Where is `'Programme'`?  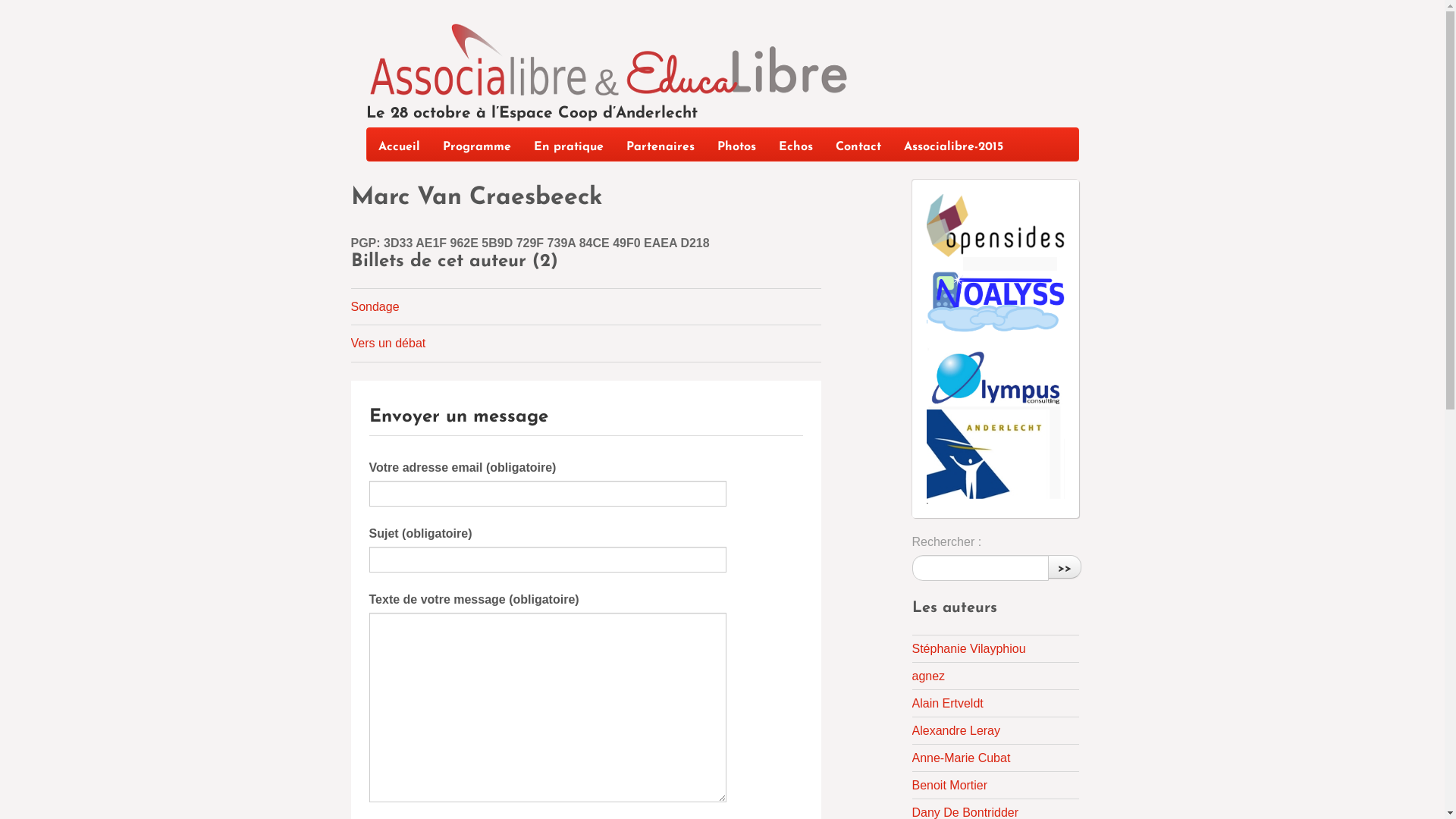
'Programme' is located at coordinates (475, 144).